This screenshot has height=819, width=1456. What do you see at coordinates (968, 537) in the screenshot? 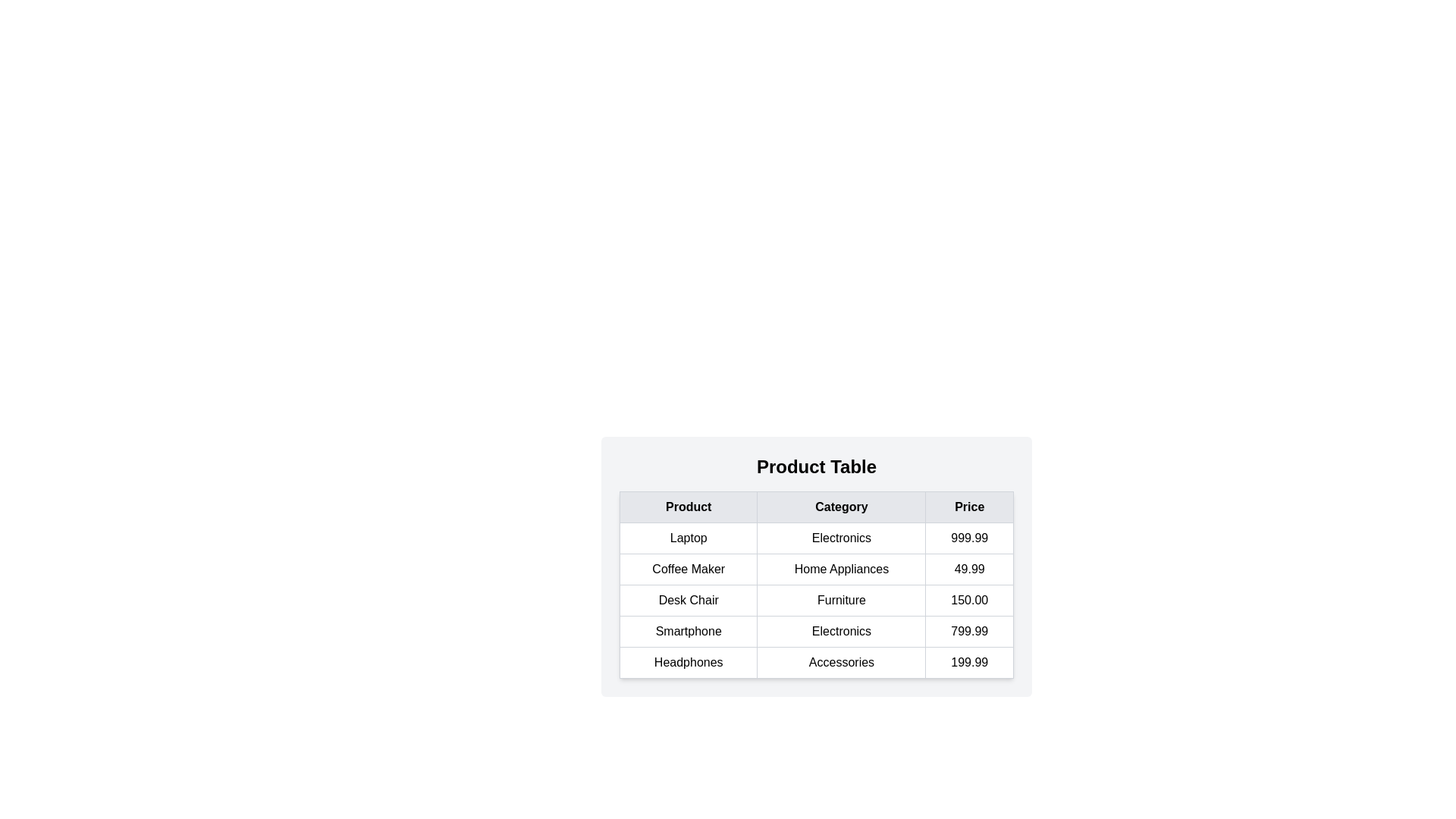
I see `the static text displaying the price of the product 'Laptop' in the 'Electronics' category` at bounding box center [968, 537].